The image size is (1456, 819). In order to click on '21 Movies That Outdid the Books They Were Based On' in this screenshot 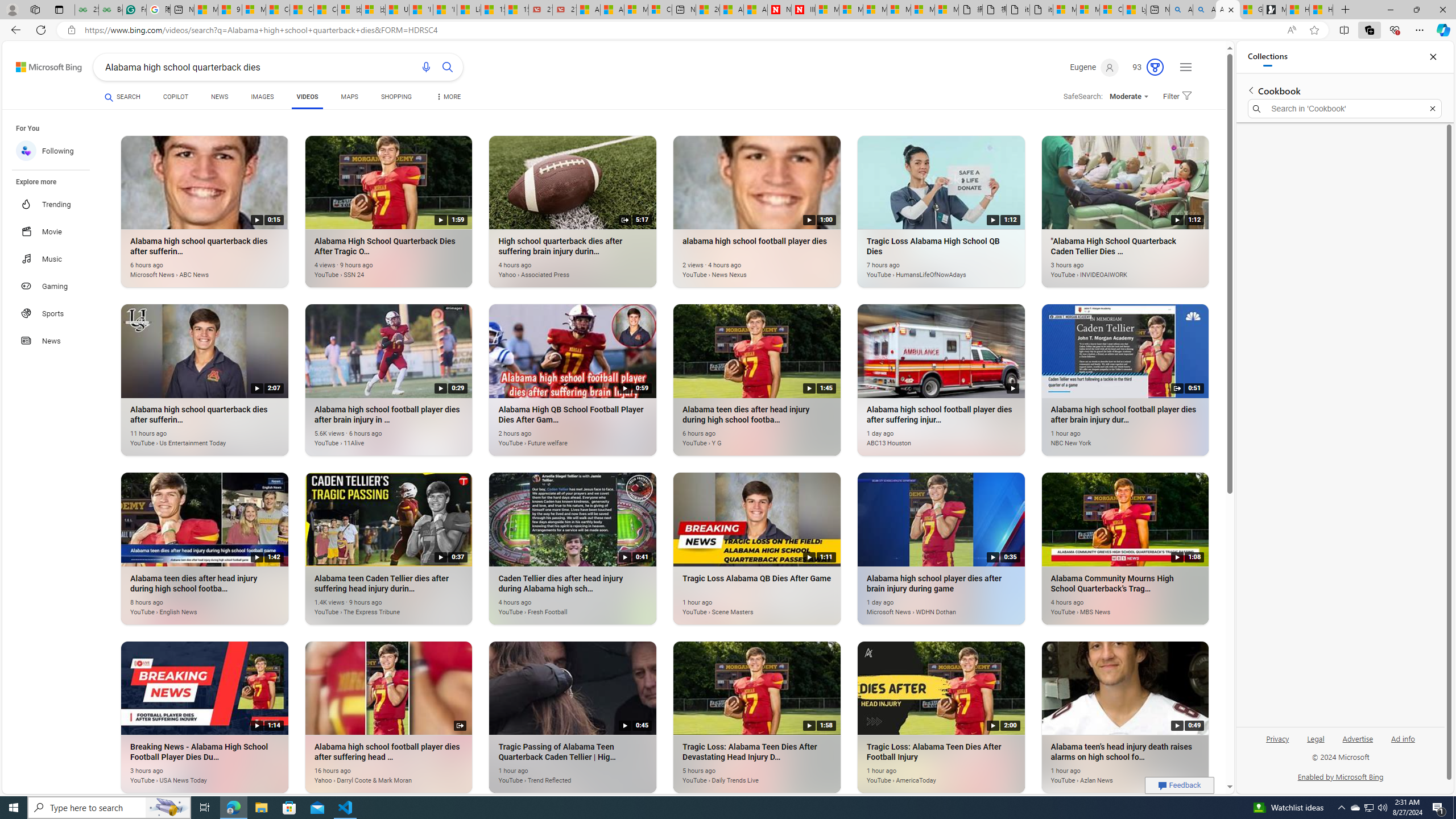, I will do `click(564, 9)`.